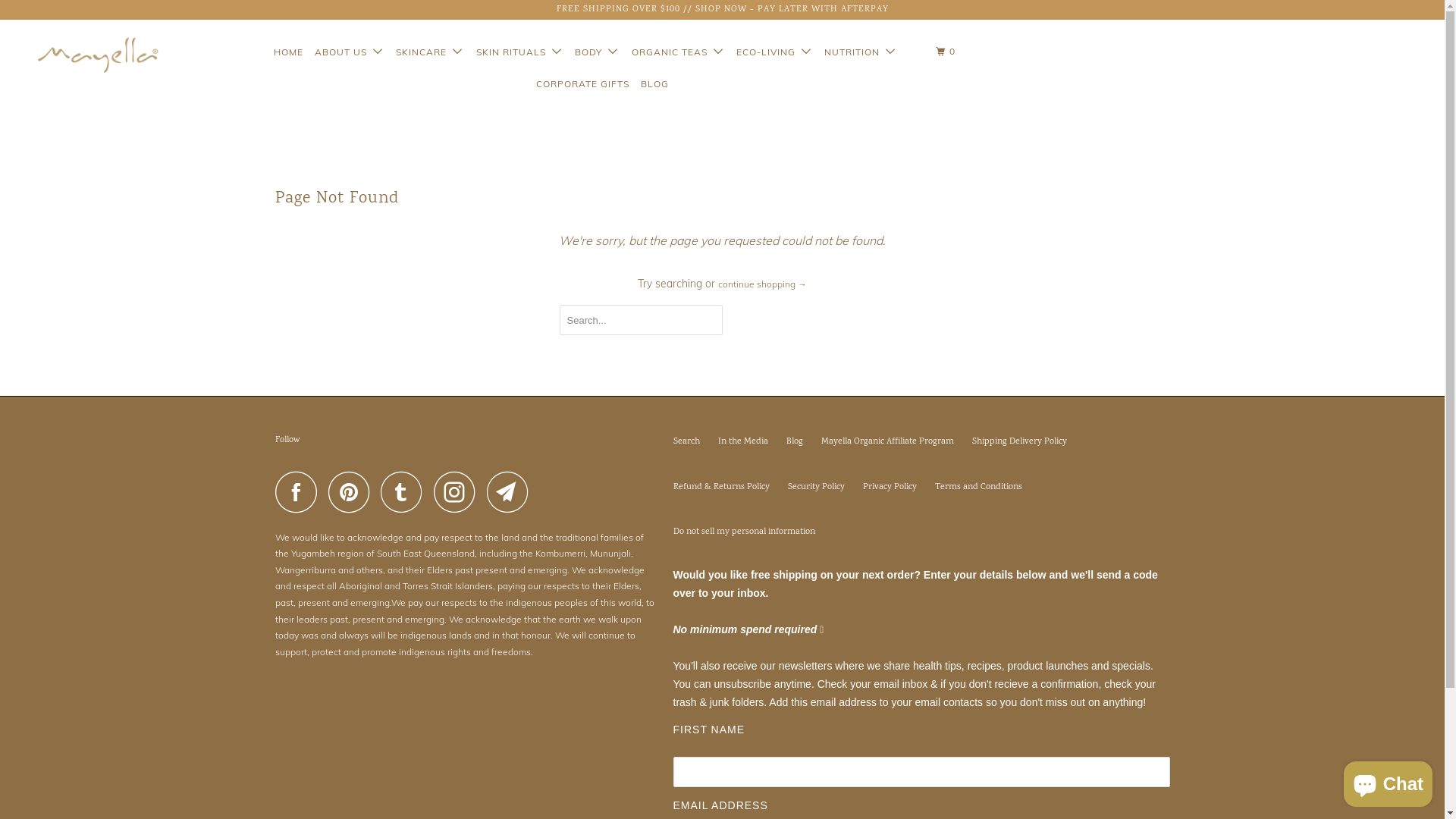 This screenshot has width=1456, height=819. Describe the element at coordinates (977, 487) in the screenshot. I see `'Terms and Conditions'` at that location.